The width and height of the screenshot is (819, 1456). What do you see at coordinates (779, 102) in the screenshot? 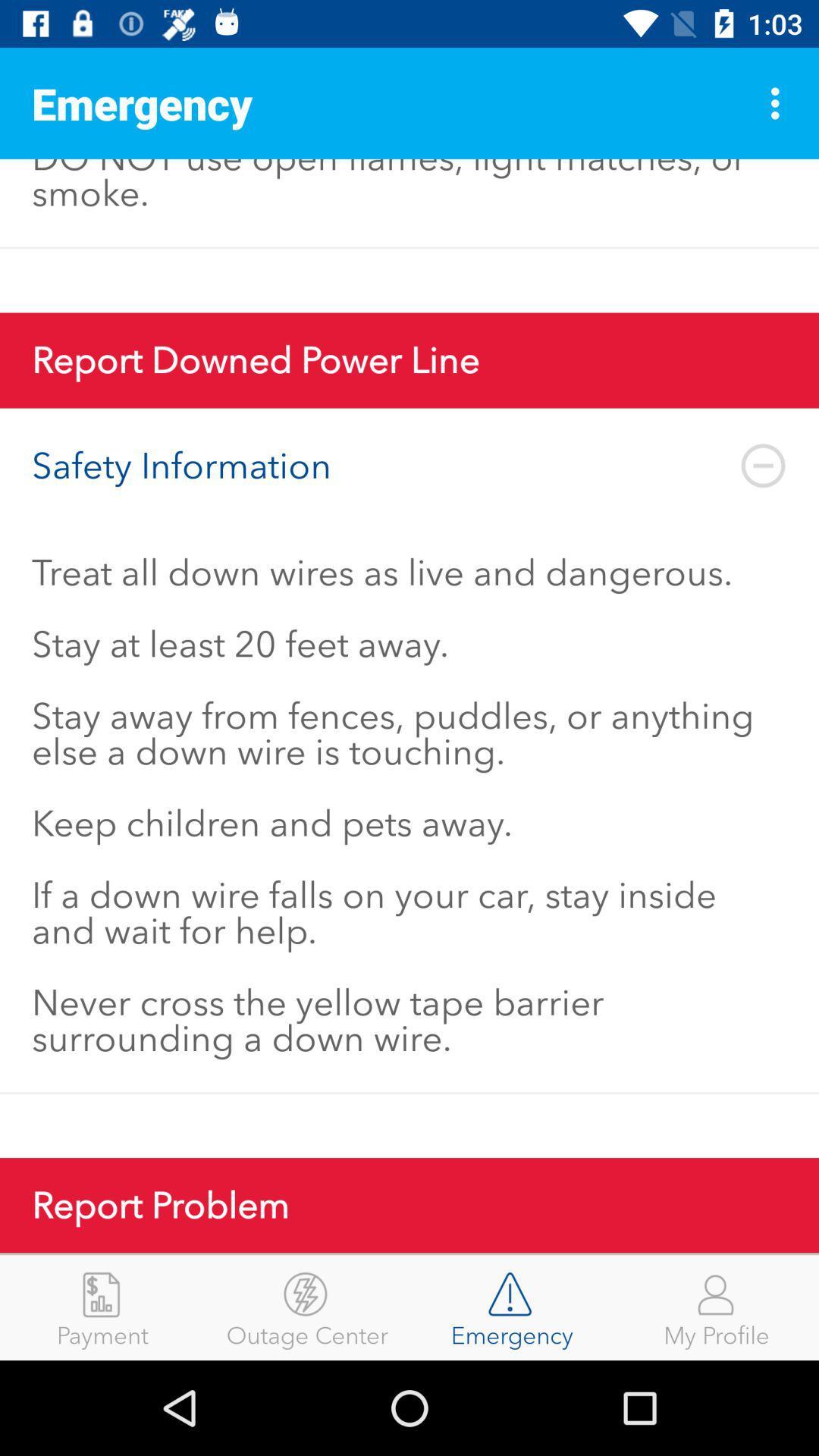
I see `the item above the gas leaks are` at bounding box center [779, 102].